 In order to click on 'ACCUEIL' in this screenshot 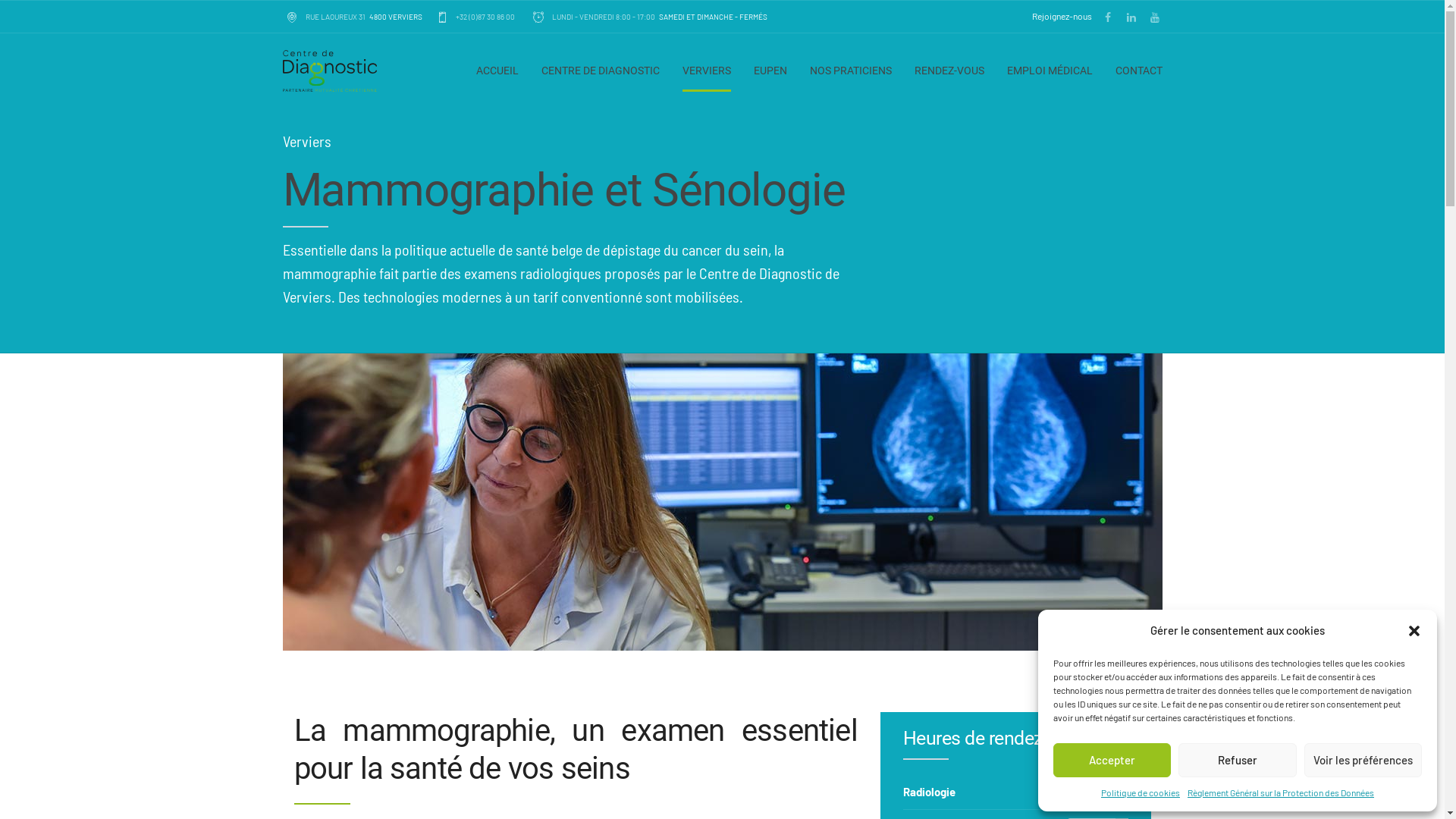, I will do `click(497, 71)`.